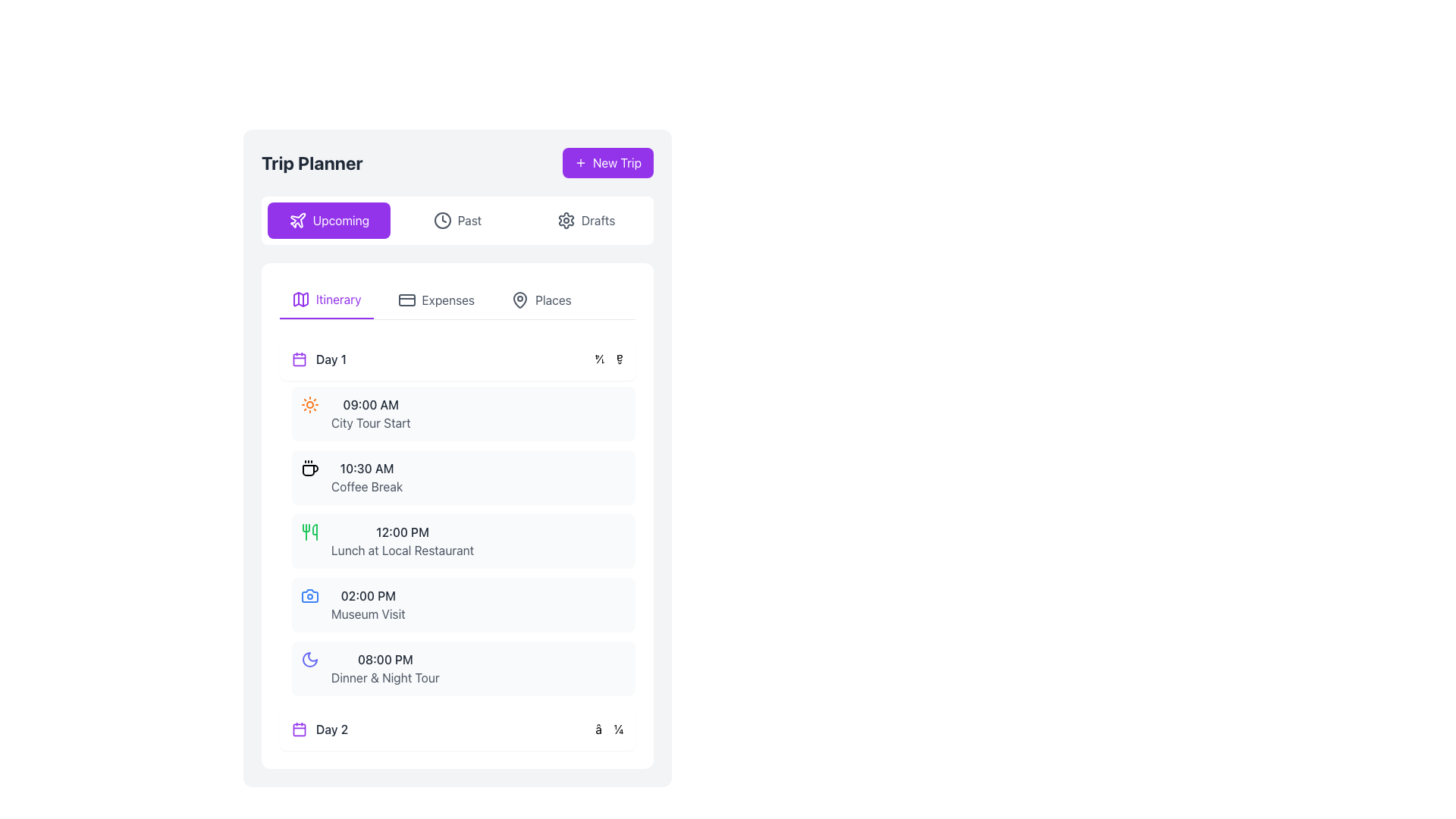 The height and width of the screenshot is (819, 1456). I want to click on the schedule entry for a lunch appointment at a local restaurant scheduled at 12:00 PM, which is located in the itinerary list between the '10:30 AM Coffee Break' and '02:00 PM Museum Visit' entries, so click(403, 540).